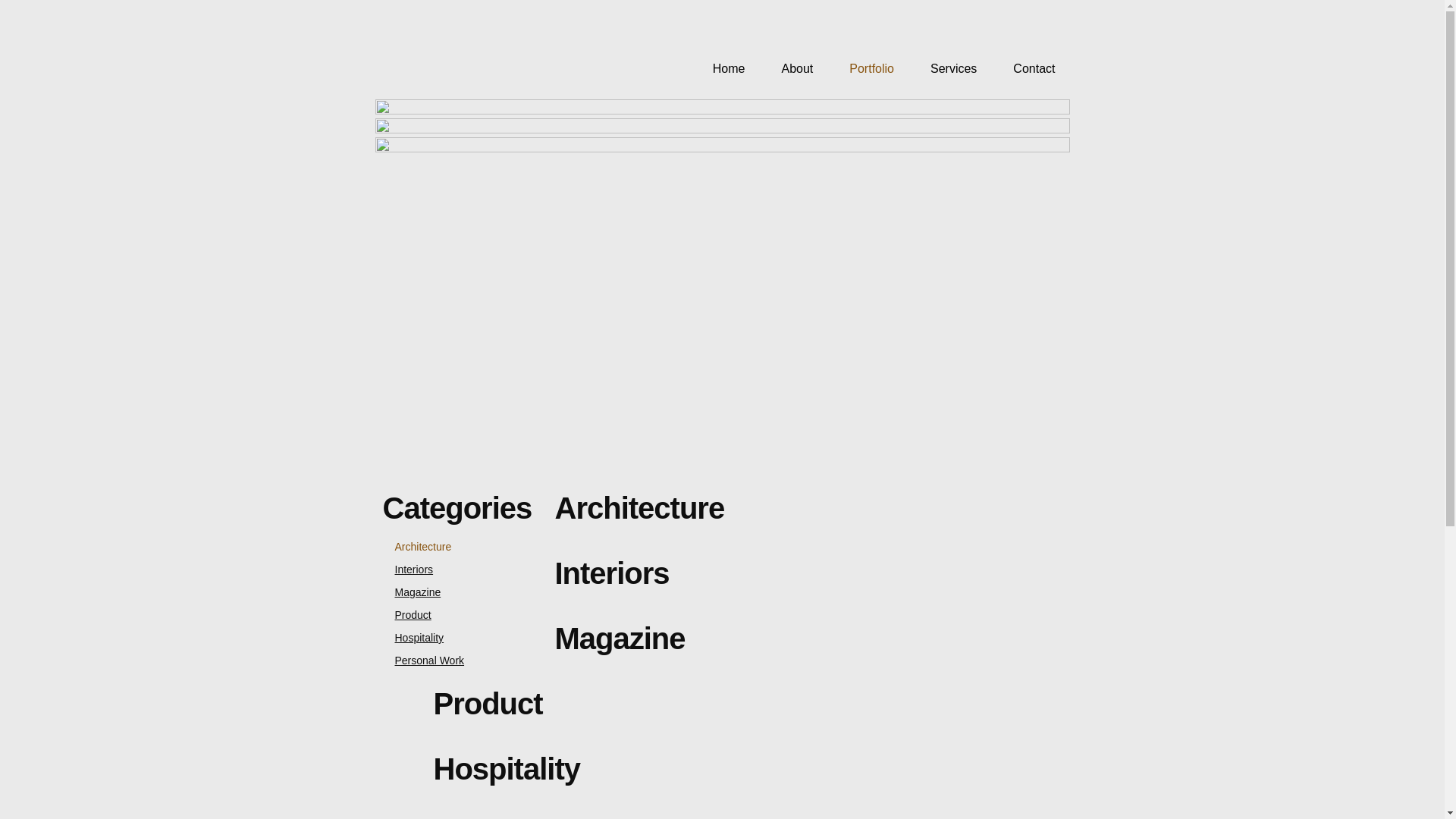  What do you see at coordinates (422, 660) in the screenshot?
I see `'Personal Work'` at bounding box center [422, 660].